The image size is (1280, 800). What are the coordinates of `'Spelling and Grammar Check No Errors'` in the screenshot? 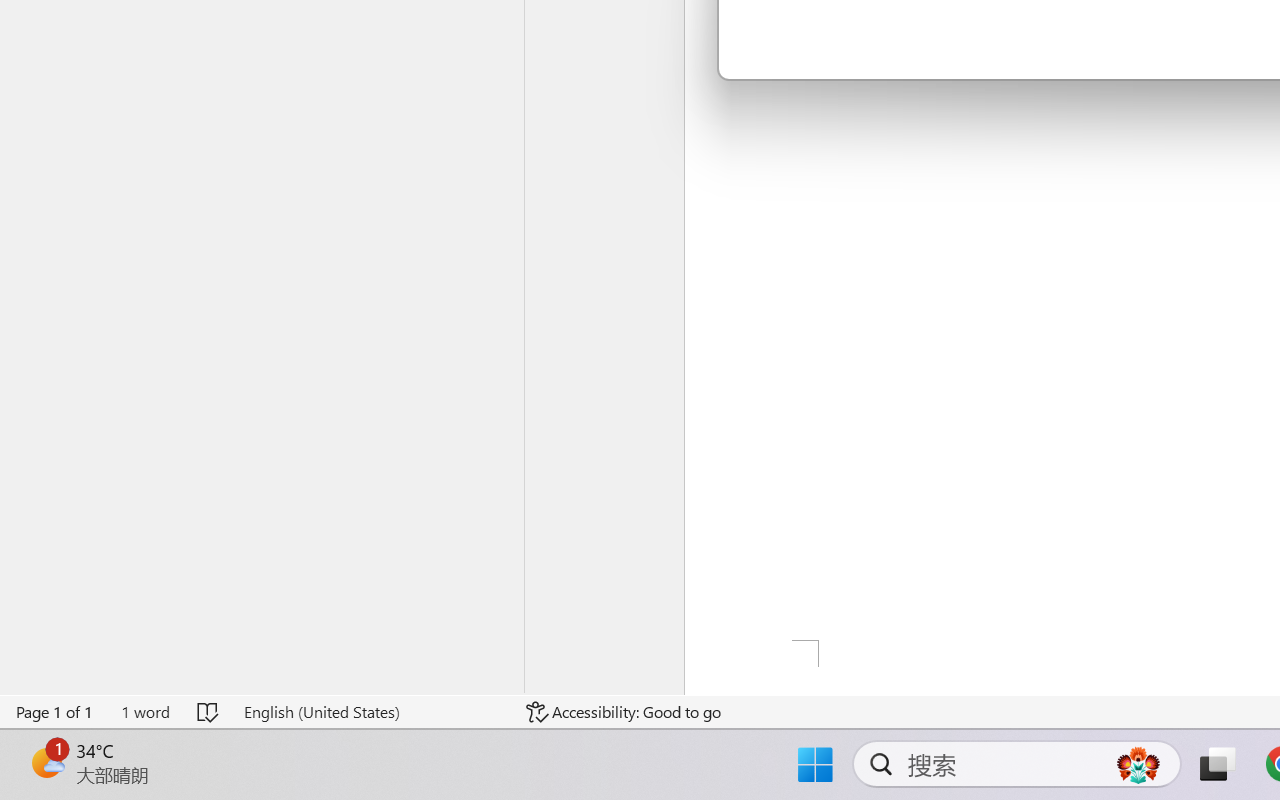 It's located at (209, 711).